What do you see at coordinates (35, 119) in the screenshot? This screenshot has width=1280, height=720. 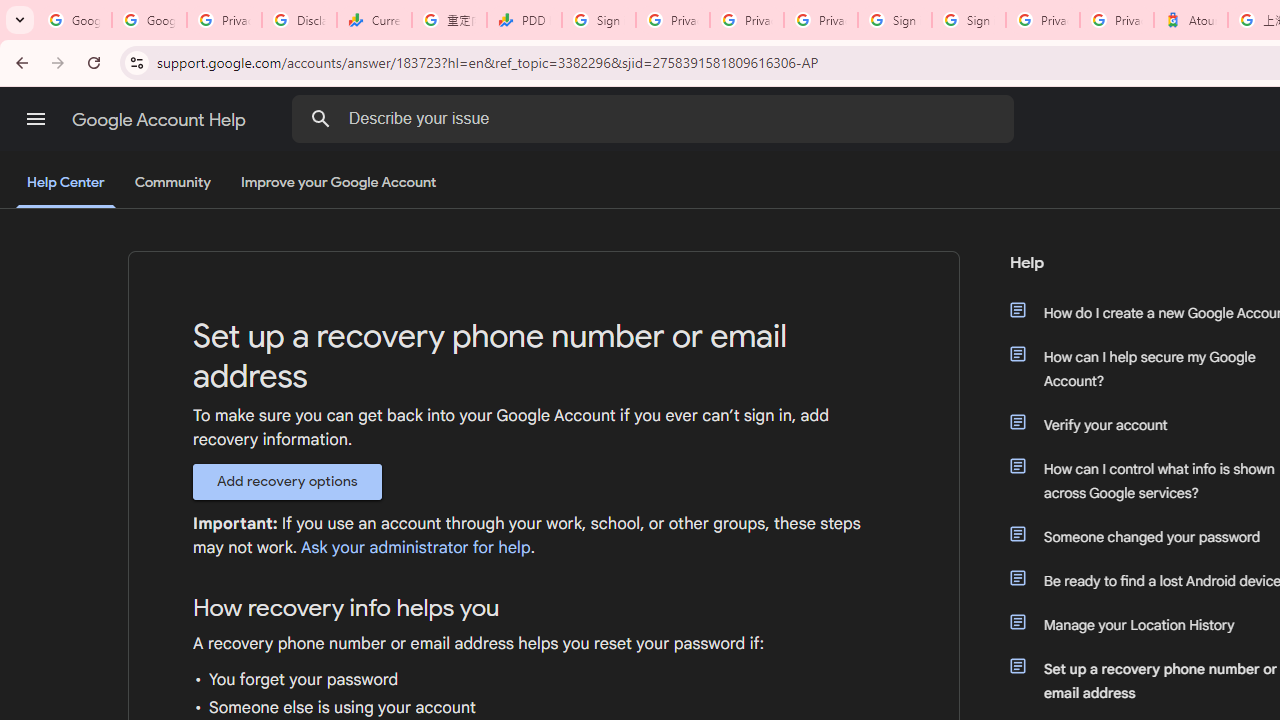 I see `'Main menu'` at bounding box center [35, 119].